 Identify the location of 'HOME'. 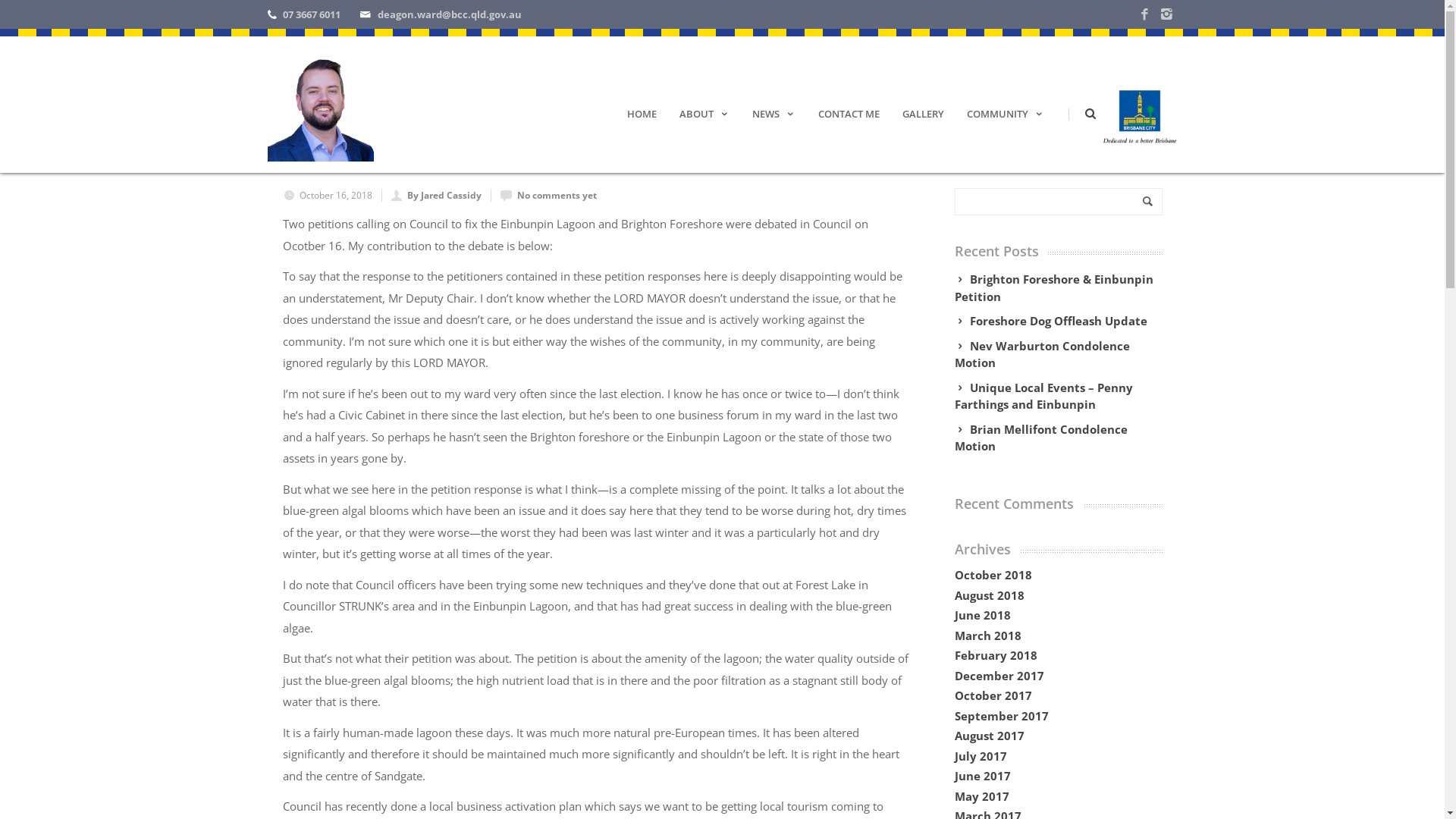
(642, 111).